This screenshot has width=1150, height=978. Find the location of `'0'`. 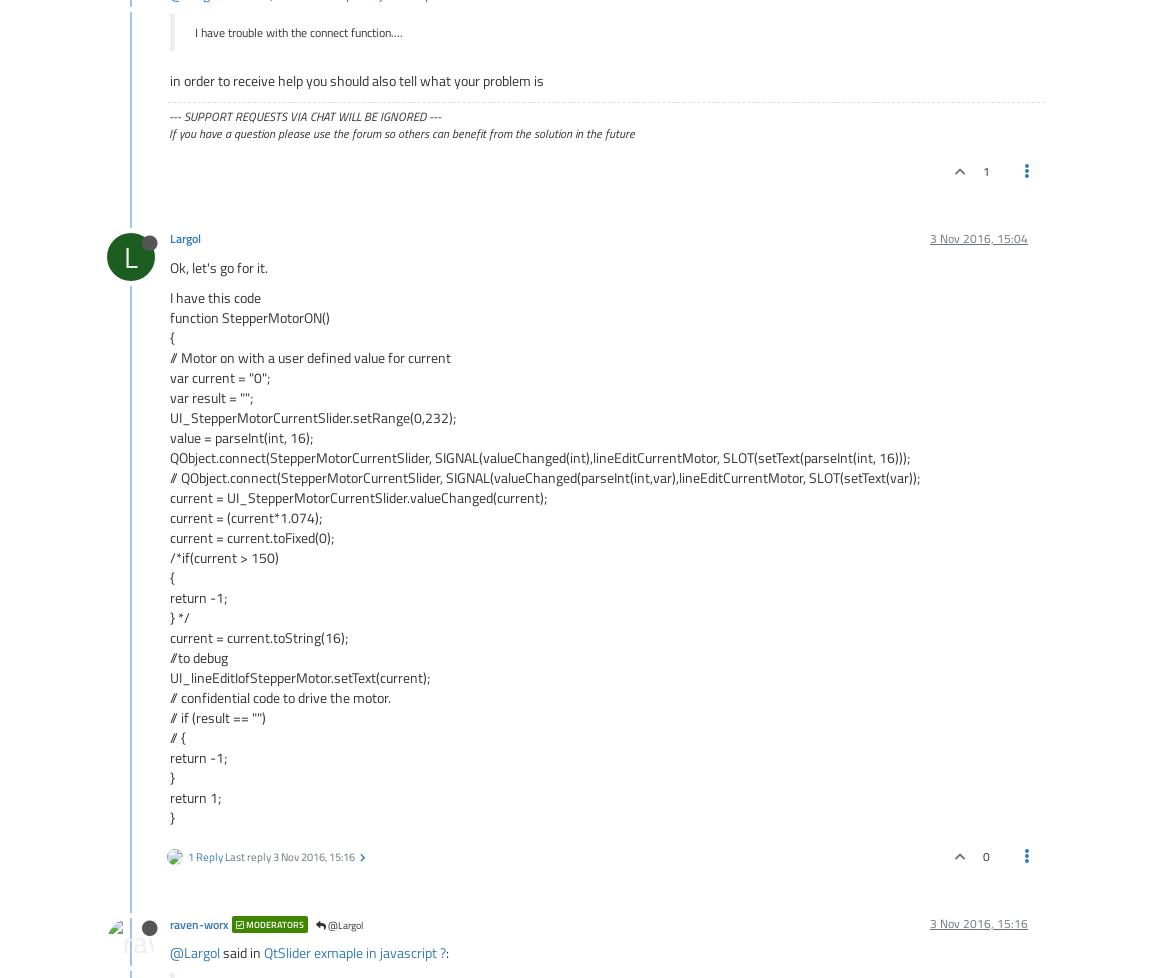

'0' is located at coordinates (985, 855).